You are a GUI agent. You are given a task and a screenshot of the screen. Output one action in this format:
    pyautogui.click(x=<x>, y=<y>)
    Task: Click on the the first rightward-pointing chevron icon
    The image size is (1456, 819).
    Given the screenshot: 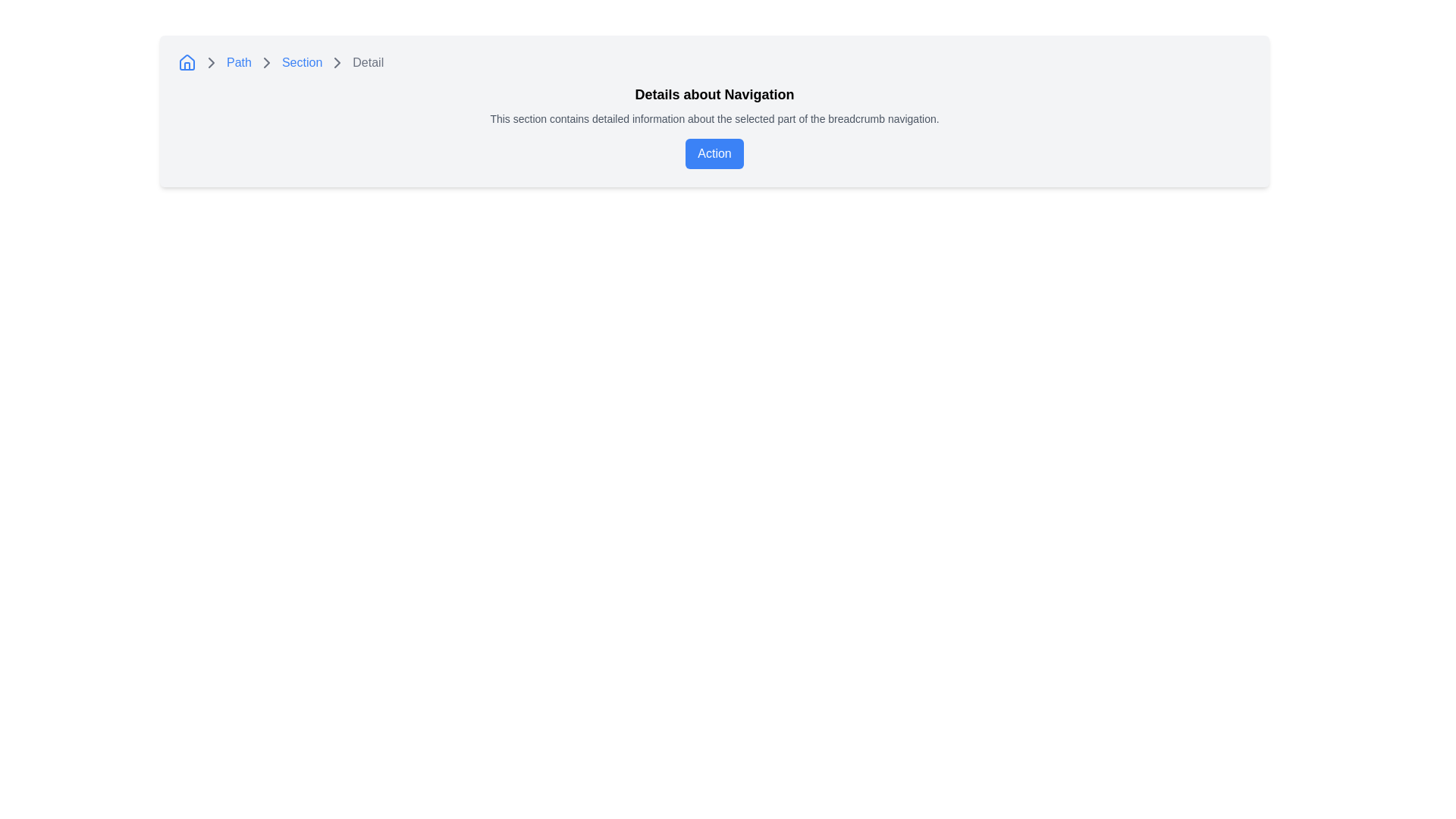 What is the action you would take?
    pyautogui.click(x=210, y=62)
    